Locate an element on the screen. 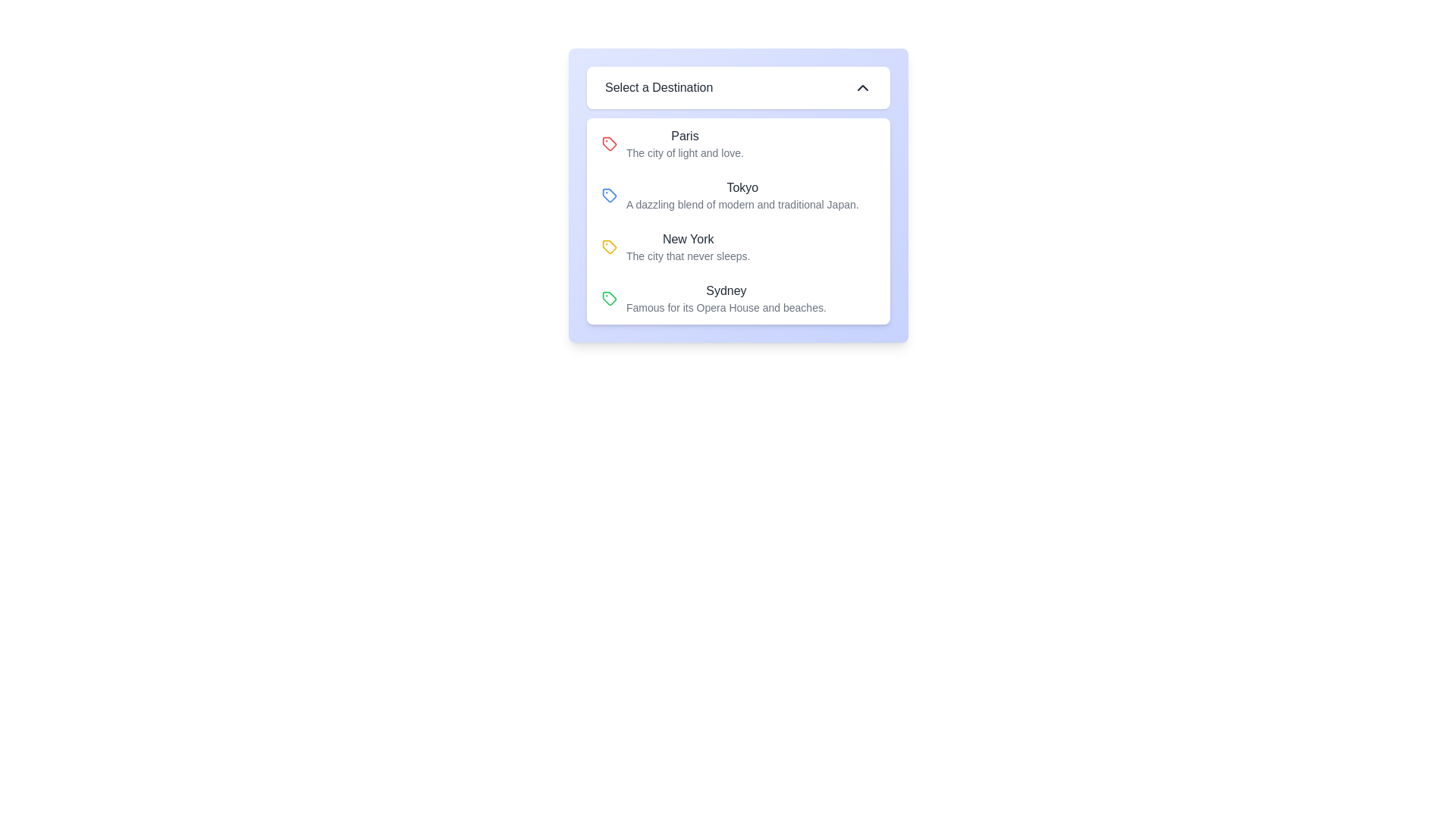 This screenshot has height=819, width=1456. the 'Tokyo' selection option in the dropdown menu titled 'Select a Destination', which is the second item in the list located between 'Paris' and 'New York' is located at coordinates (742, 195).